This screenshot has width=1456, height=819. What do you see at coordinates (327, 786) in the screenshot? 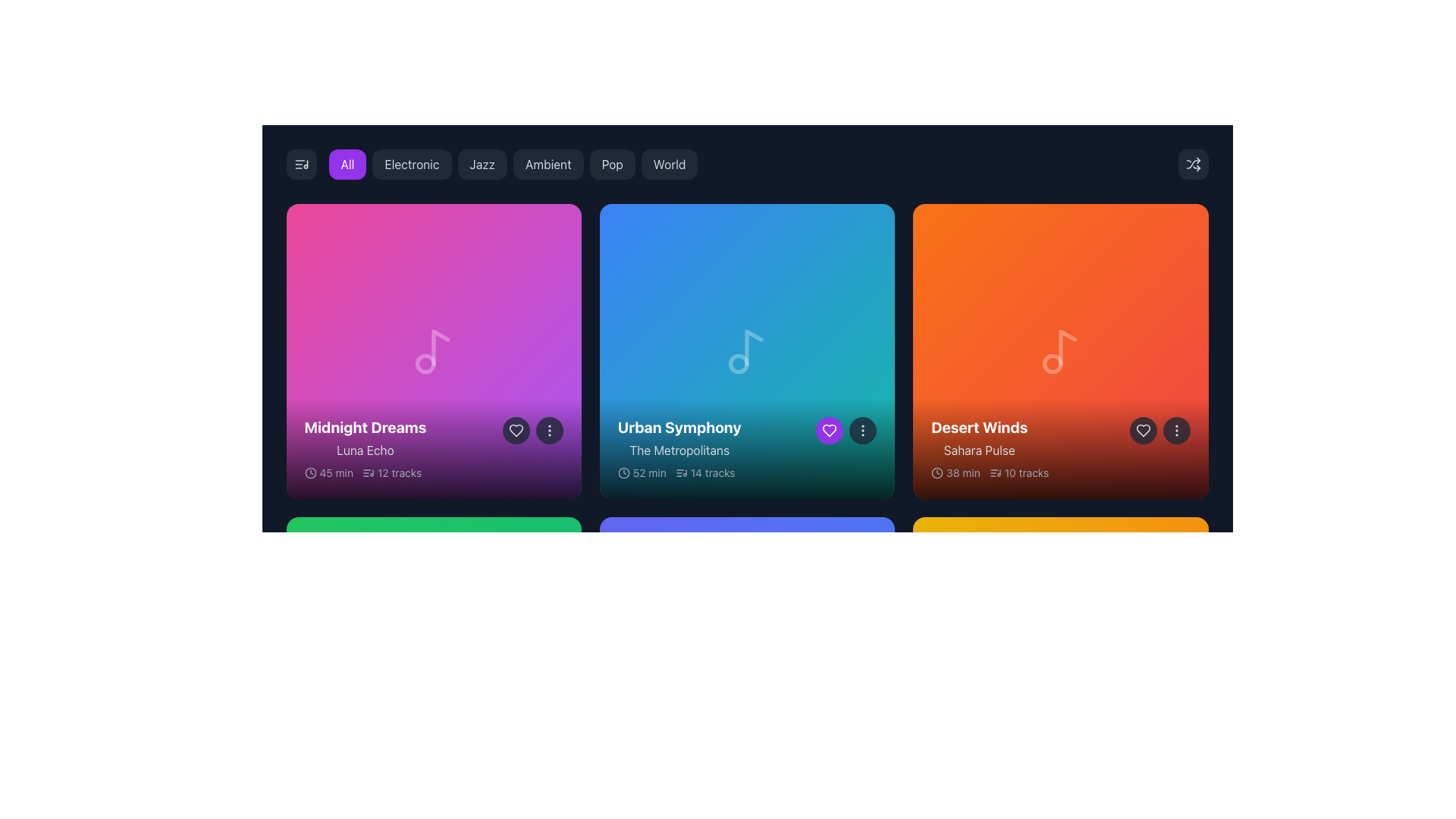
I see `the content of the Label with Icon element displaying '41 min' and a clock icon, which is the first component in its row below an album or playlist card` at bounding box center [327, 786].